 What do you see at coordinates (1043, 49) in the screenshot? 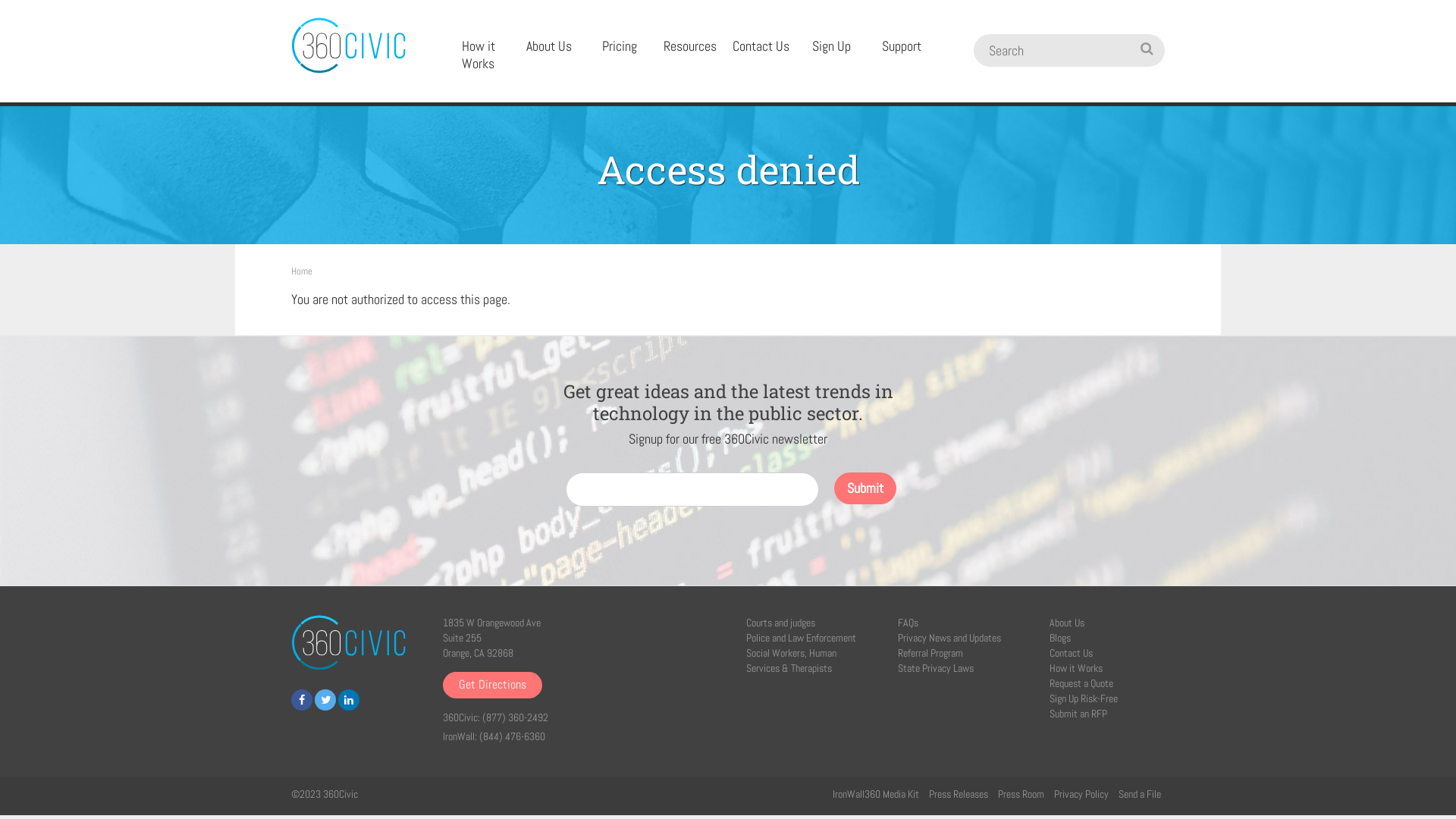
I see `'Search'` at bounding box center [1043, 49].